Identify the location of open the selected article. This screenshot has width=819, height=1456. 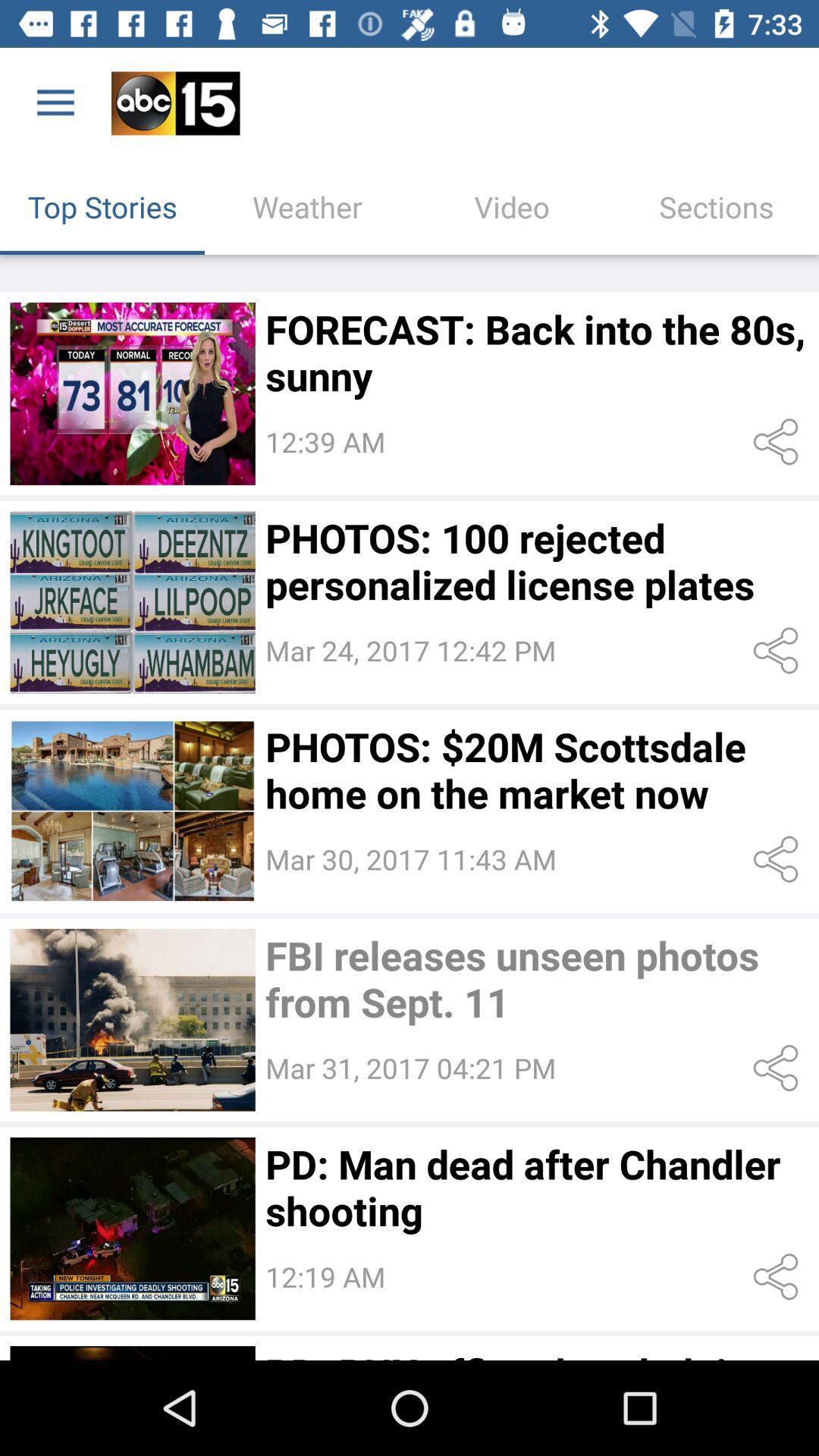
(132, 601).